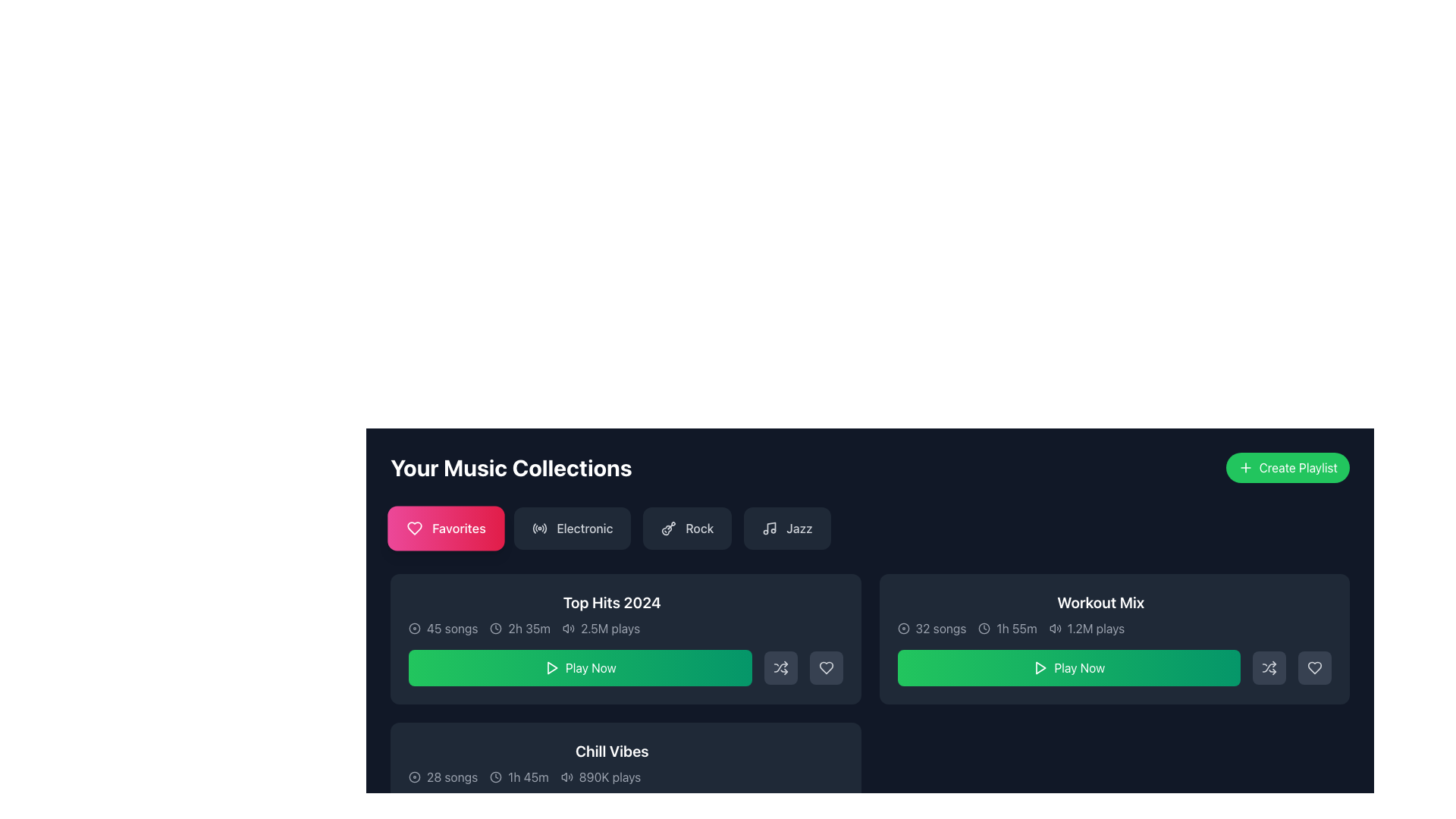  What do you see at coordinates (828, 604) in the screenshot?
I see `the ellipsis button located in the top-right corner of the 'Top Hits 2024' music collection card` at bounding box center [828, 604].